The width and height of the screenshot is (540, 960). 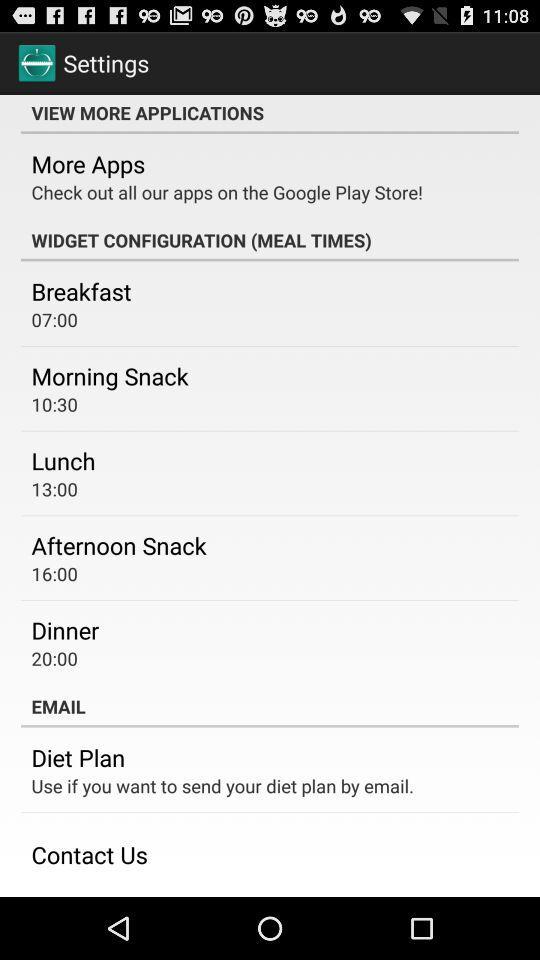 What do you see at coordinates (80, 290) in the screenshot?
I see `the breakfast` at bounding box center [80, 290].